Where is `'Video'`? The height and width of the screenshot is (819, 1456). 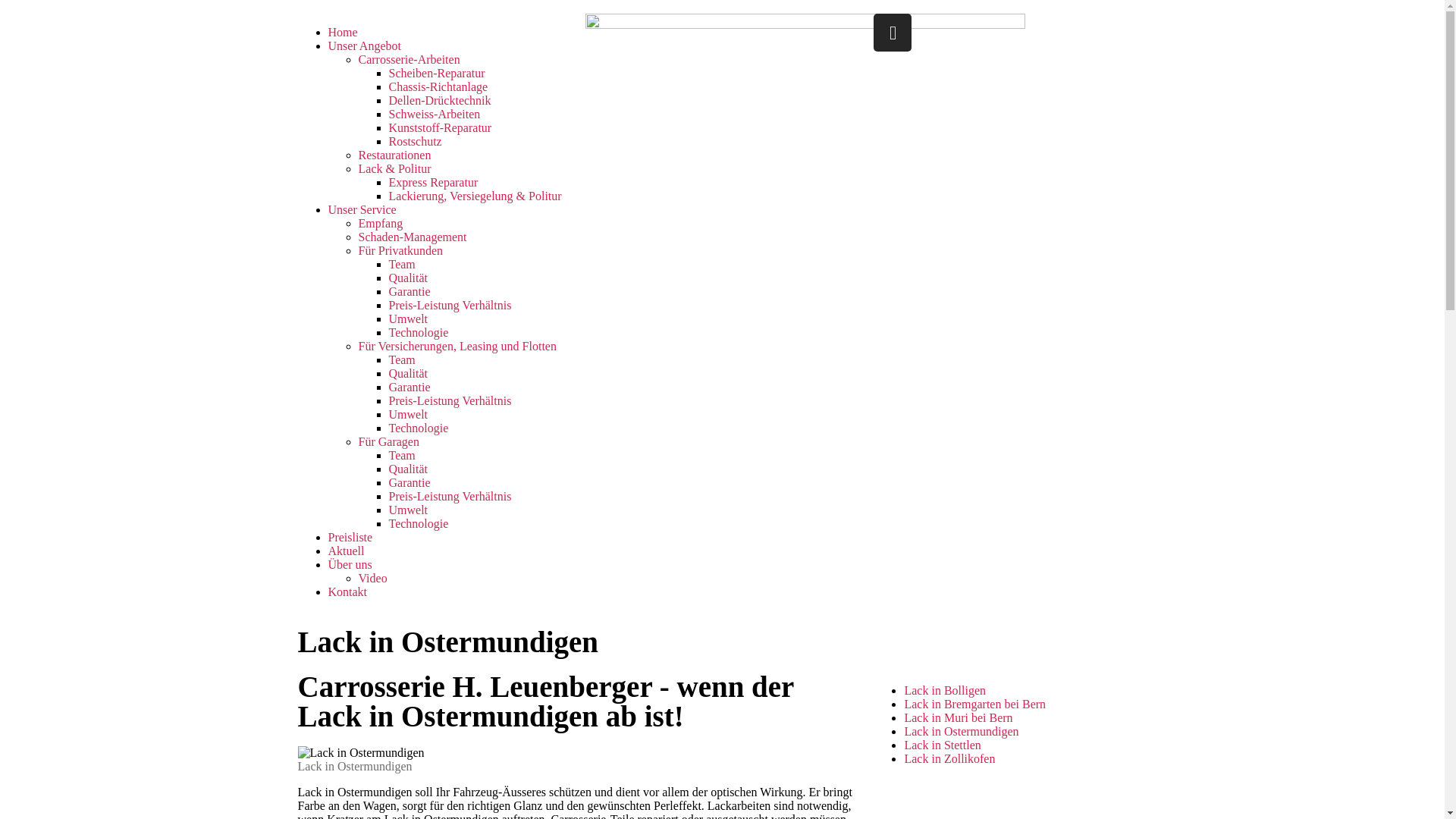
'Video' is located at coordinates (372, 578).